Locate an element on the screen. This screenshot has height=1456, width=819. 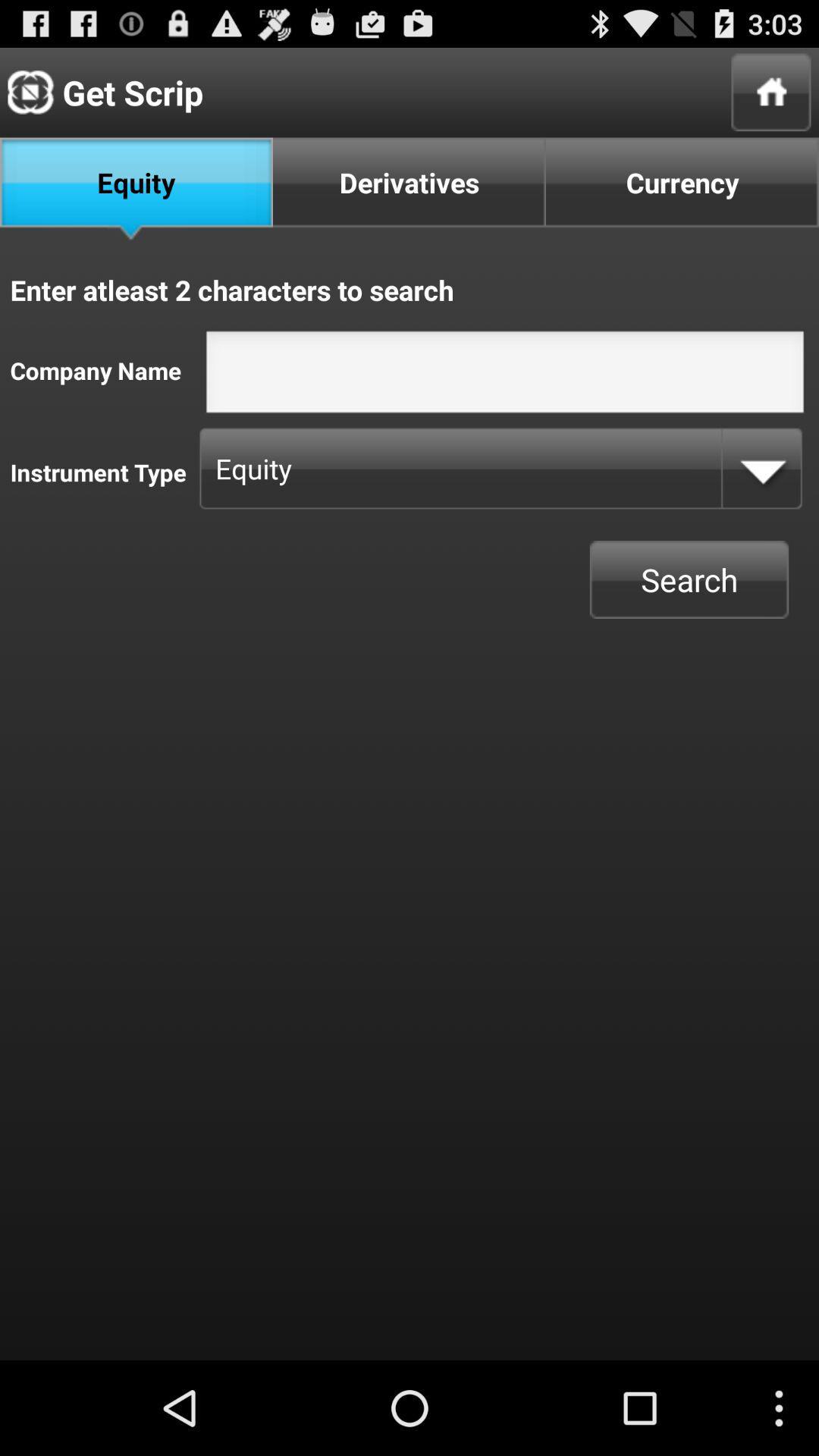
insert text is located at coordinates (505, 376).